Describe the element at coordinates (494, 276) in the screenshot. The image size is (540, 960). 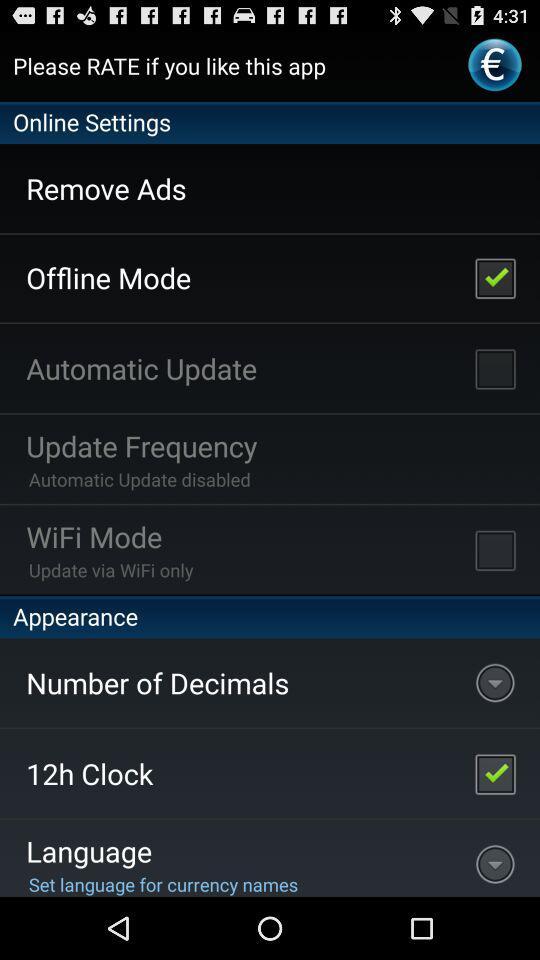
I see `disable offline mode` at that location.